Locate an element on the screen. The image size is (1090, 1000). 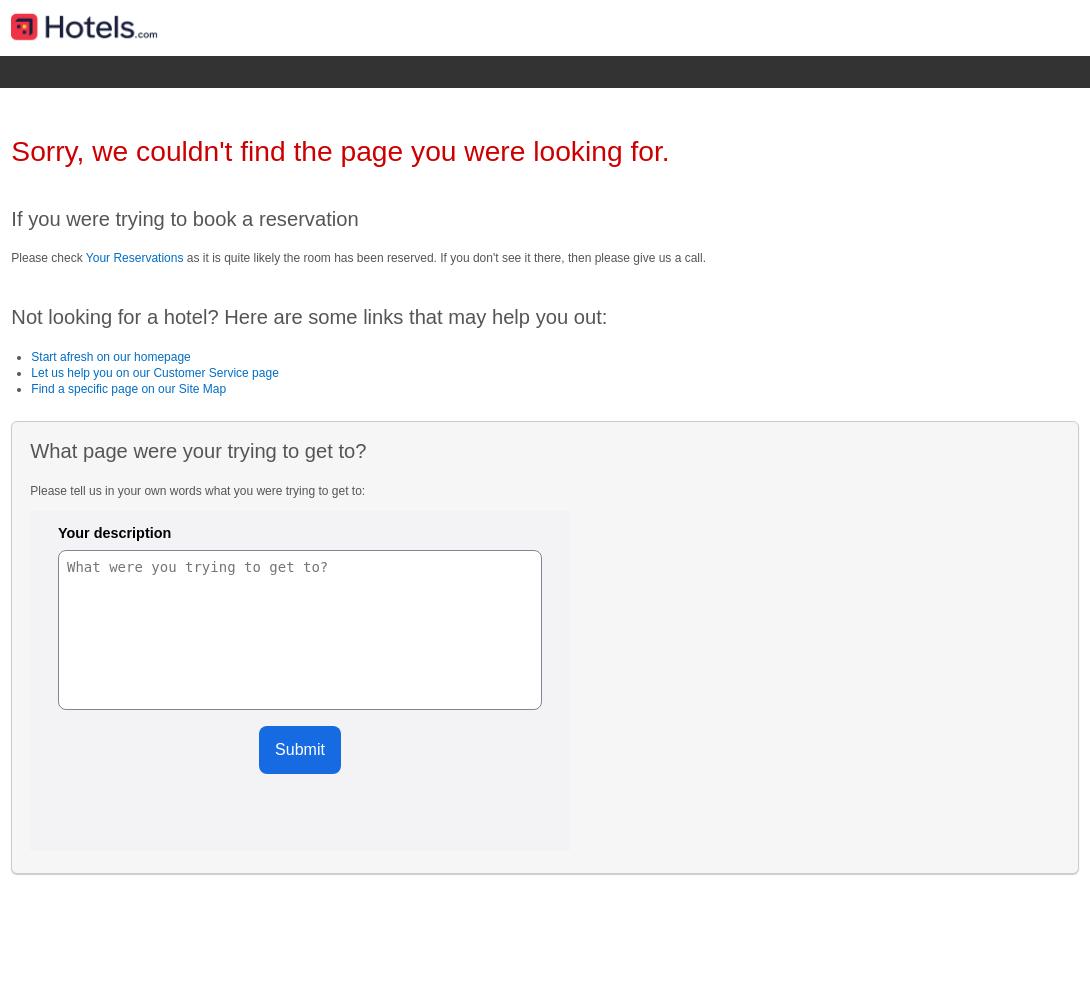
'Start afresh on our homepage' is located at coordinates (110, 355).